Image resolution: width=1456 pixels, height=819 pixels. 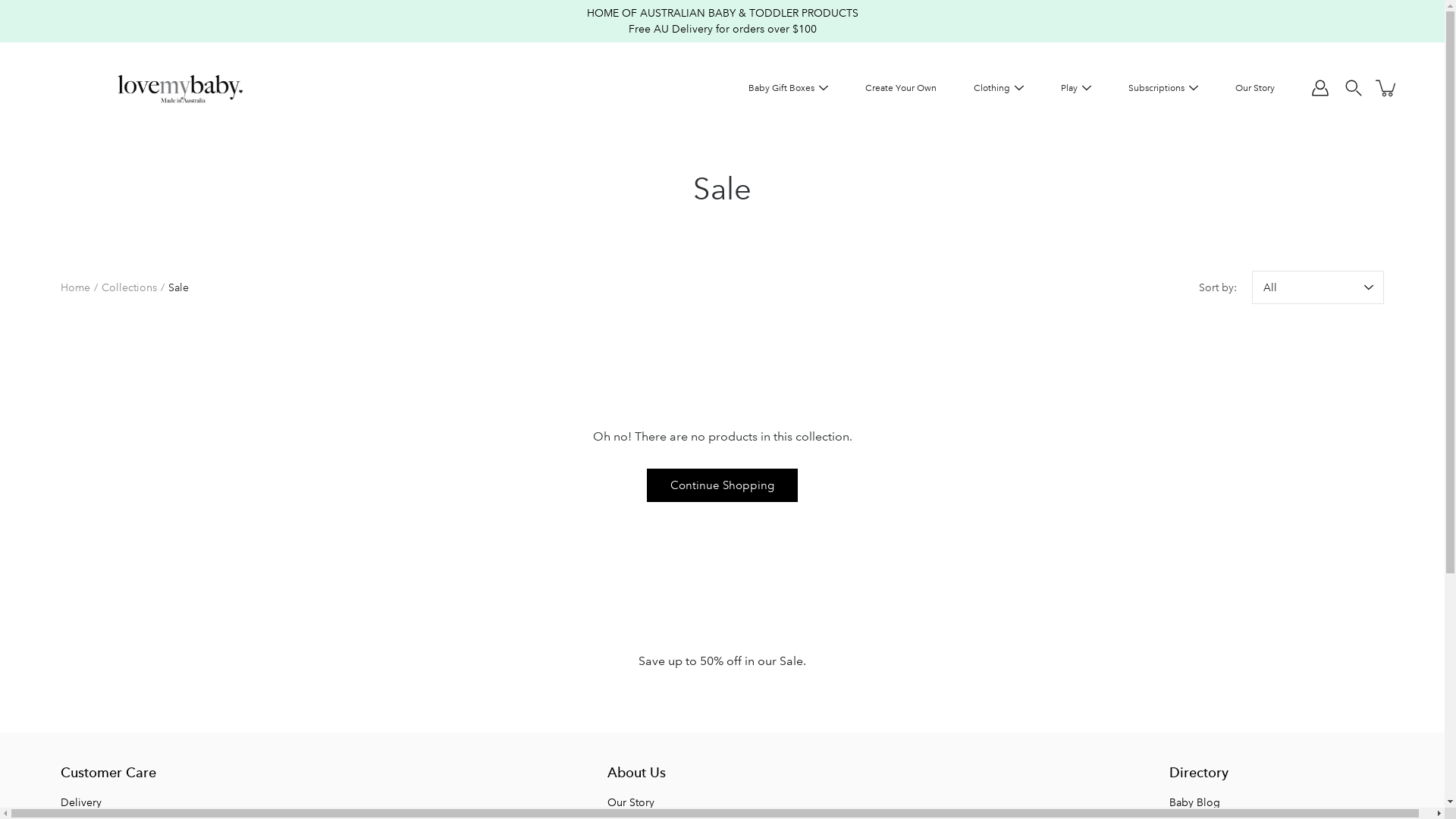 I want to click on 'Continue Shopping', so click(x=647, y=485).